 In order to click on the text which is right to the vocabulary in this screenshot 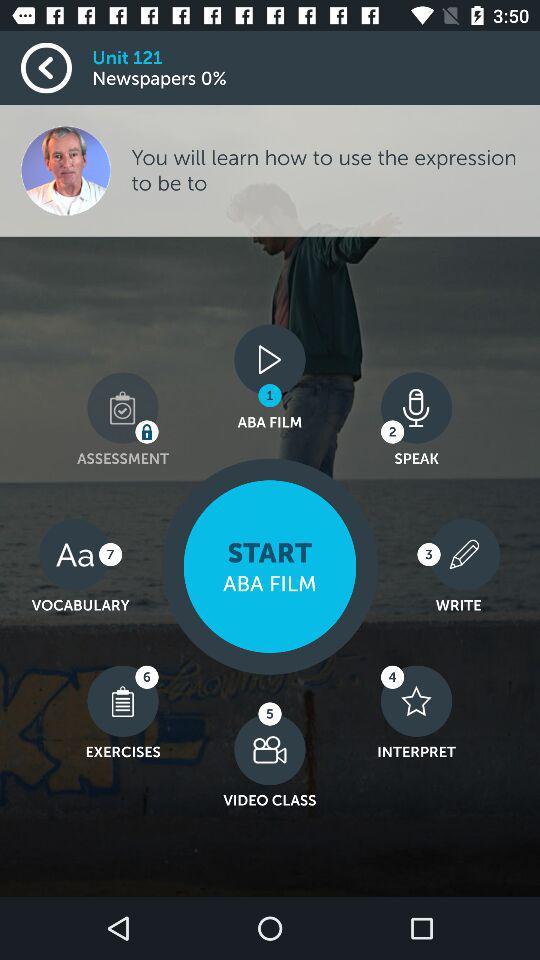, I will do `click(270, 566)`.